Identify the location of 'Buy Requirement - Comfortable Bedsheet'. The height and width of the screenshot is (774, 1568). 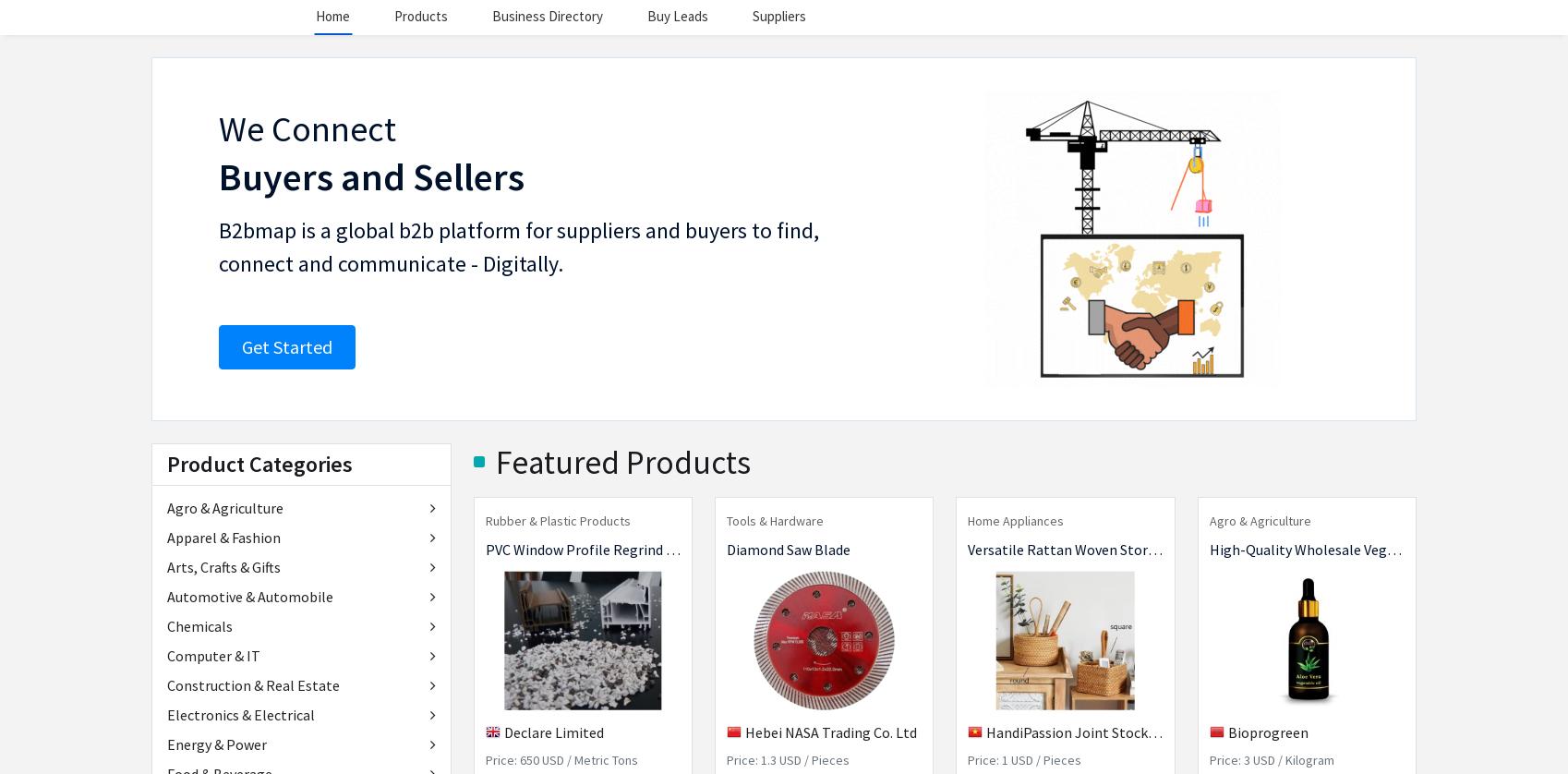
(730, 720).